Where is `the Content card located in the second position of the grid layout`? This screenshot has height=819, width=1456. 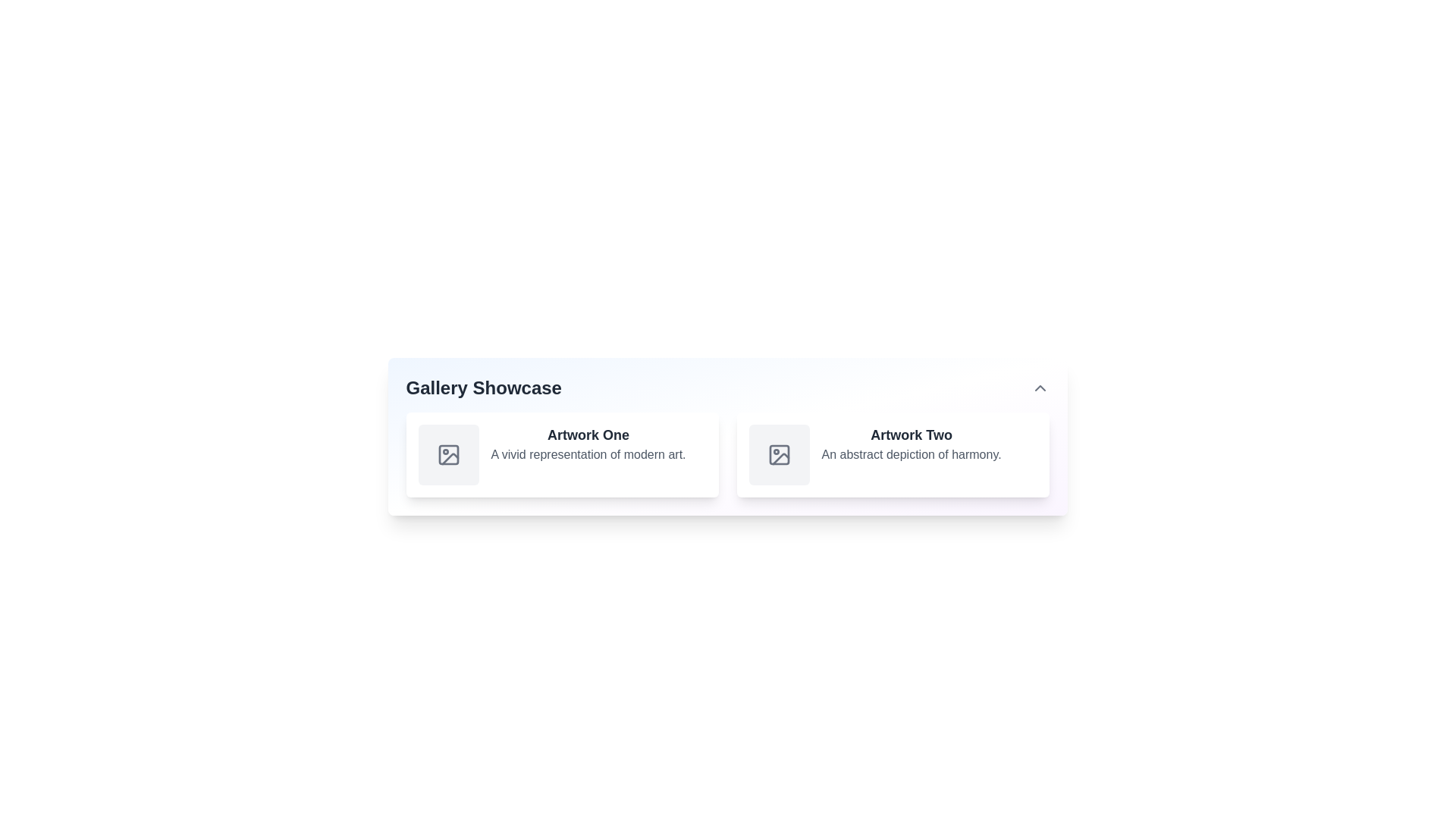 the Content card located in the second position of the grid layout is located at coordinates (893, 454).